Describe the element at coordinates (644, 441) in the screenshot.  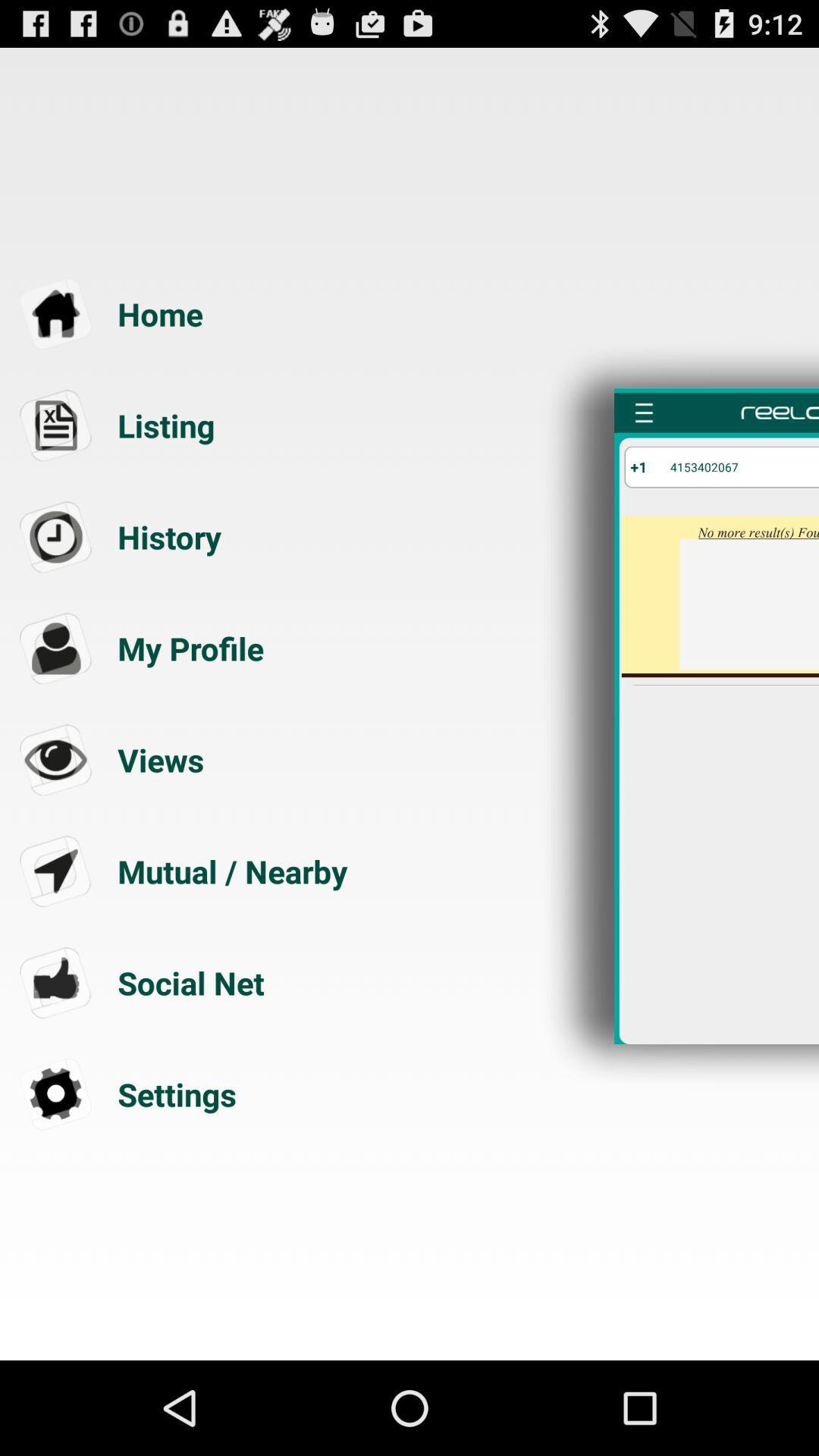
I see `the menu icon` at that location.